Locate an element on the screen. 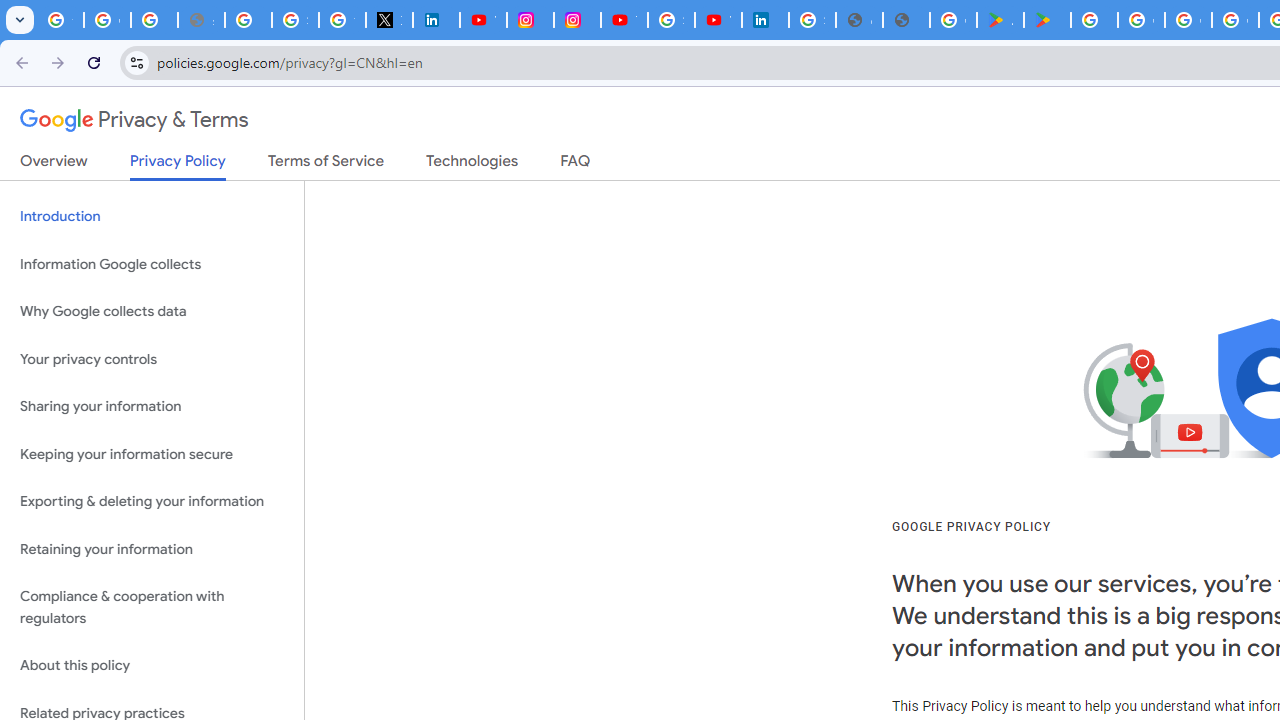  'Privacy & Terms' is located at coordinates (134, 120).